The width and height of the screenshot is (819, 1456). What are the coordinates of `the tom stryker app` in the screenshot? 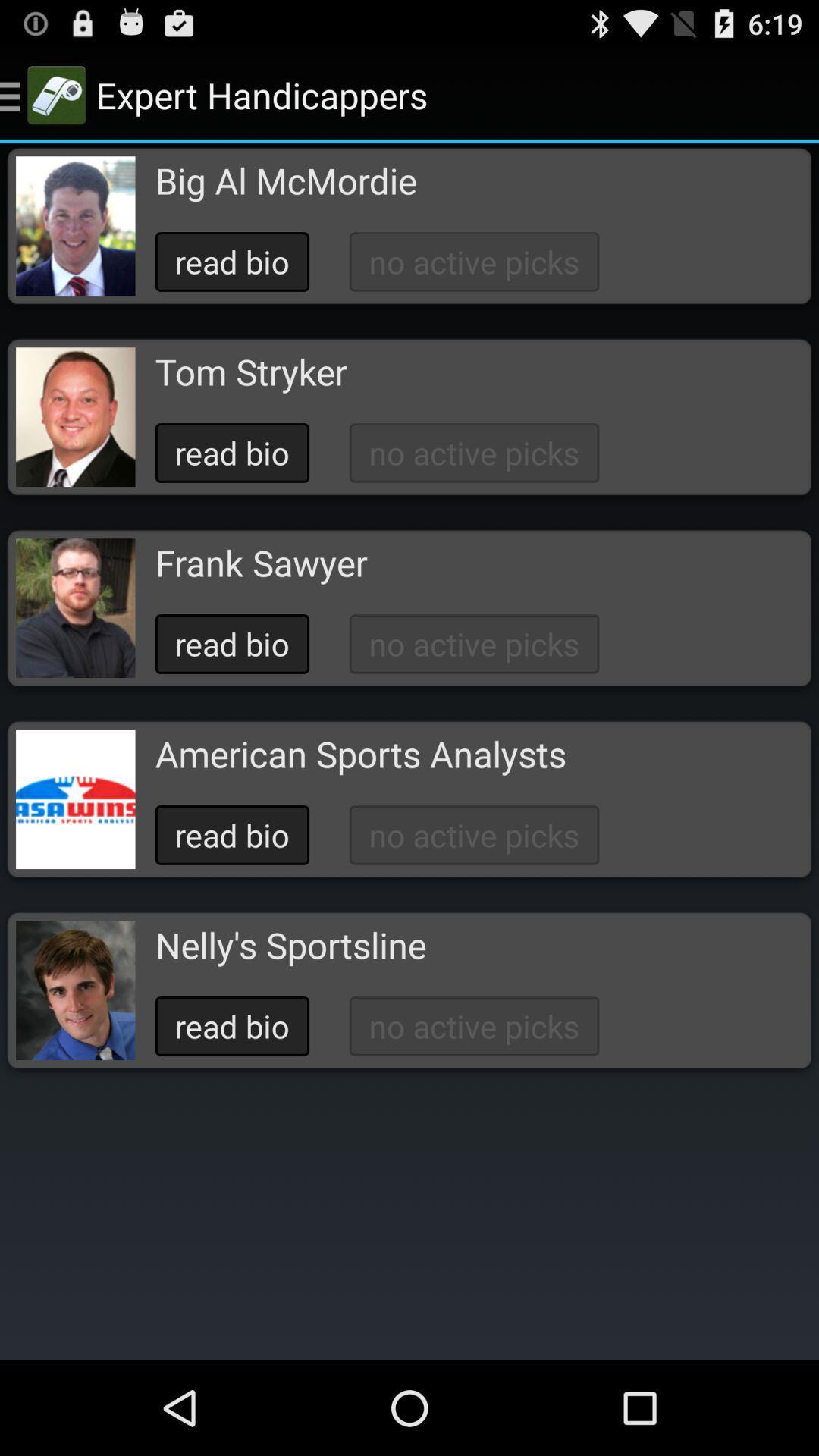 It's located at (250, 372).